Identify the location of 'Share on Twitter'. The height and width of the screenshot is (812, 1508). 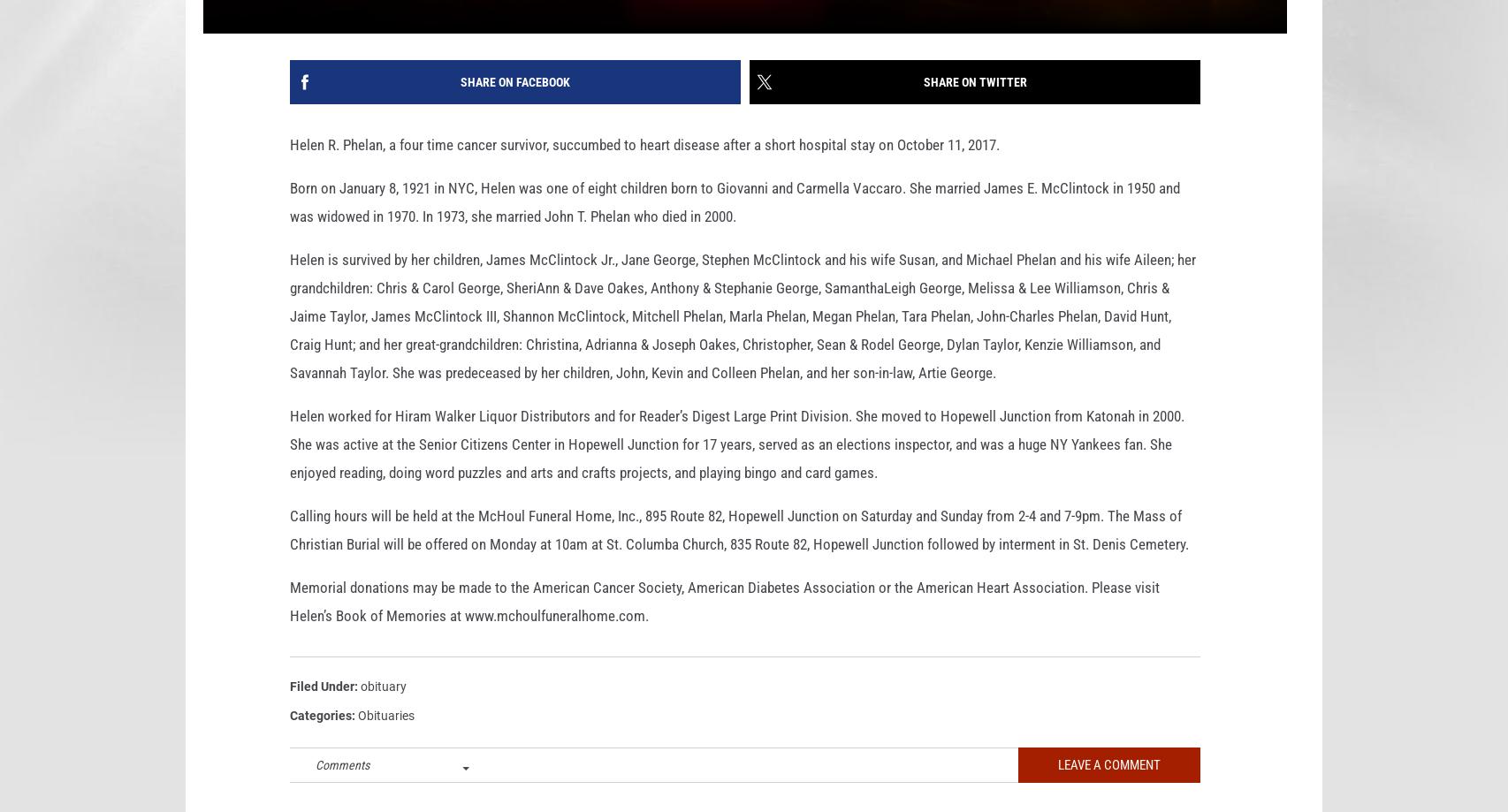
(974, 109).